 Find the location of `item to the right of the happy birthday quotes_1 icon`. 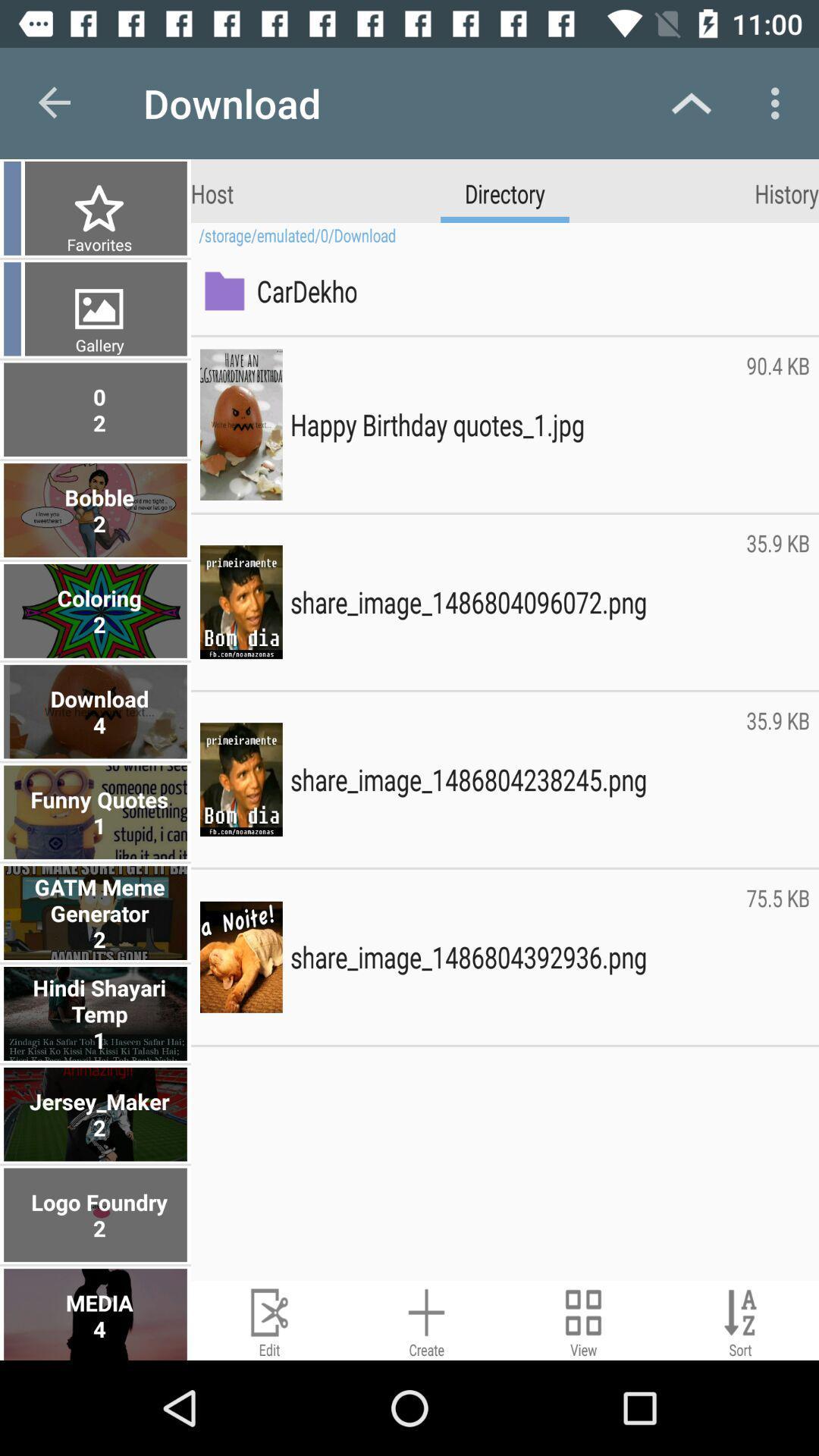

item to the right of the happy birthday quotes_1 icon is located at coordinates (778, 425).